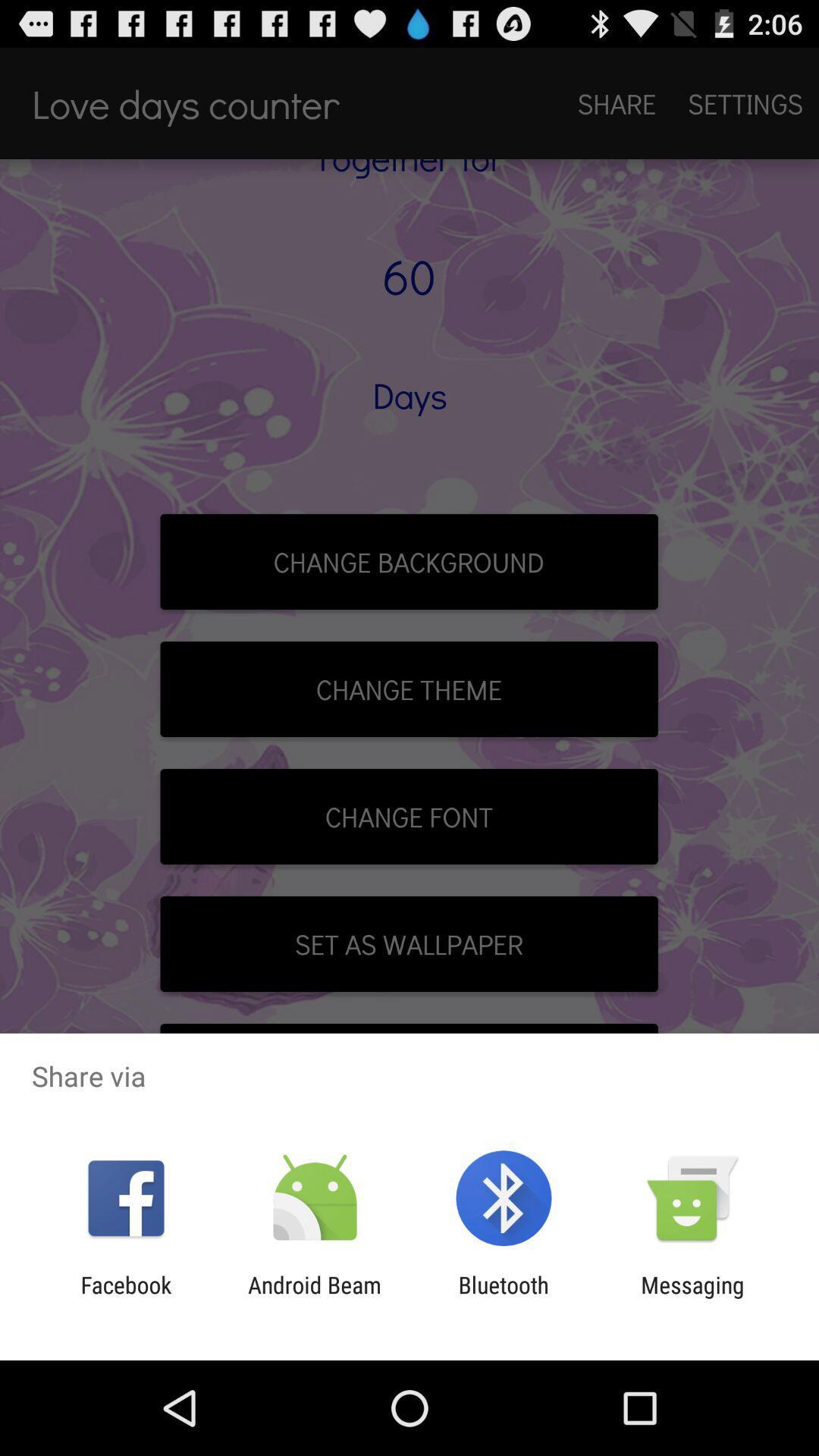 Image resolution: width=819 pixels, height=1456 pixels. I want to click on the app next to bluetooth app, so click(692, 1298).